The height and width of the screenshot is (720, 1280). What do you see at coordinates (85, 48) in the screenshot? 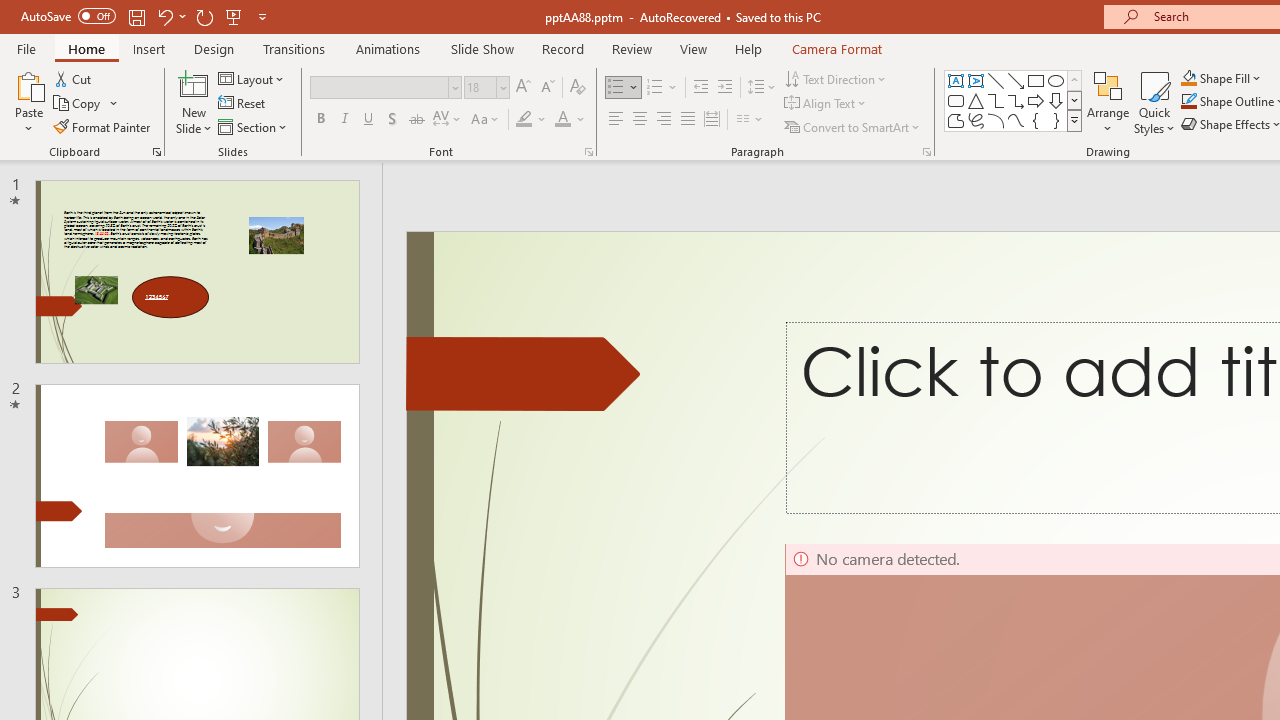
I see `'Home'` at bounding box center [85, 48].